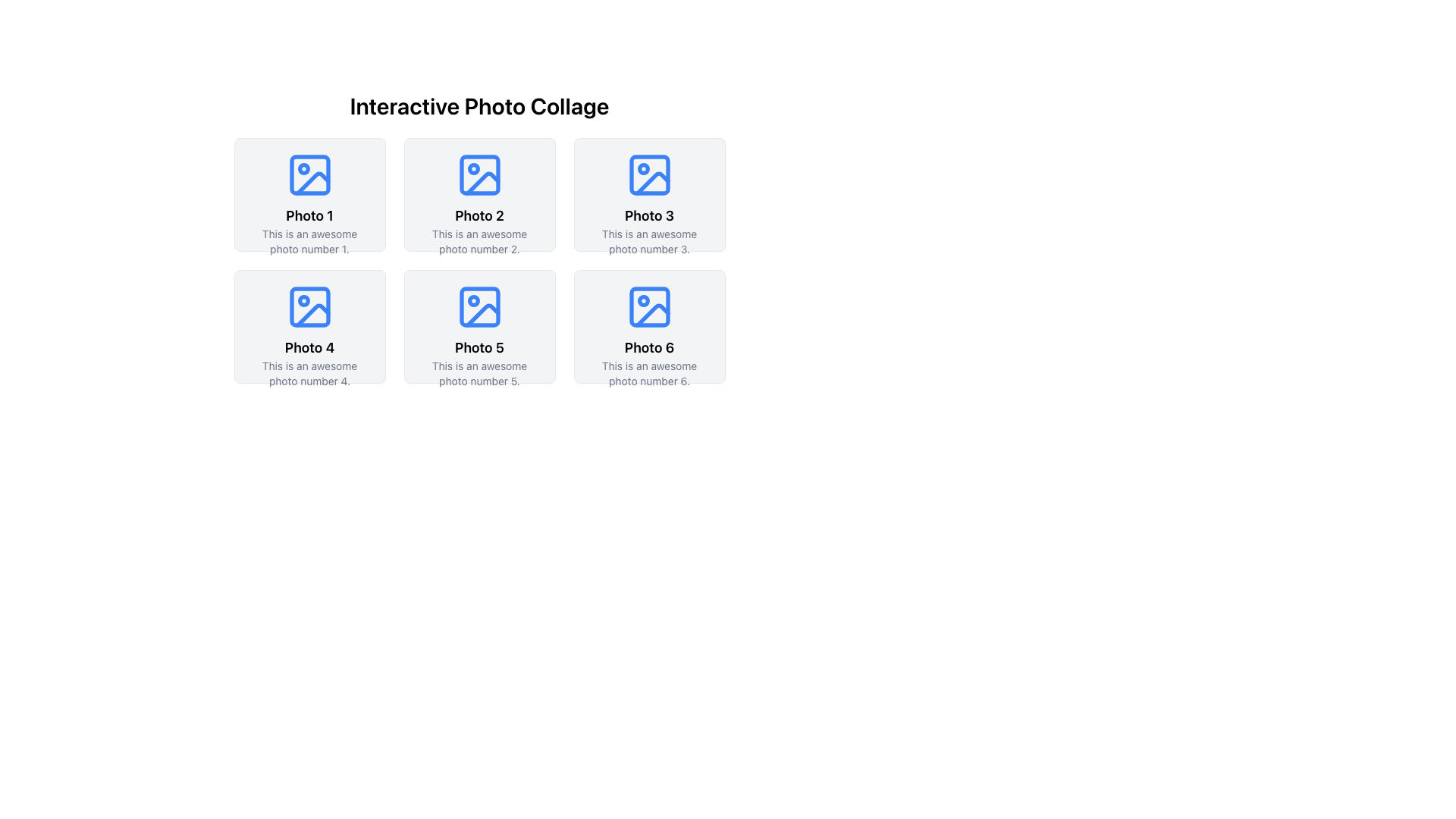 The width and height of the screenshot is (1456, 819). What do you see at coordinates (649, 326) in the screenshot?
I see `the button that triggers a zoom or focus action on the photo in the grid labeled 'Photo 6'` at bounding box center [649, 326].